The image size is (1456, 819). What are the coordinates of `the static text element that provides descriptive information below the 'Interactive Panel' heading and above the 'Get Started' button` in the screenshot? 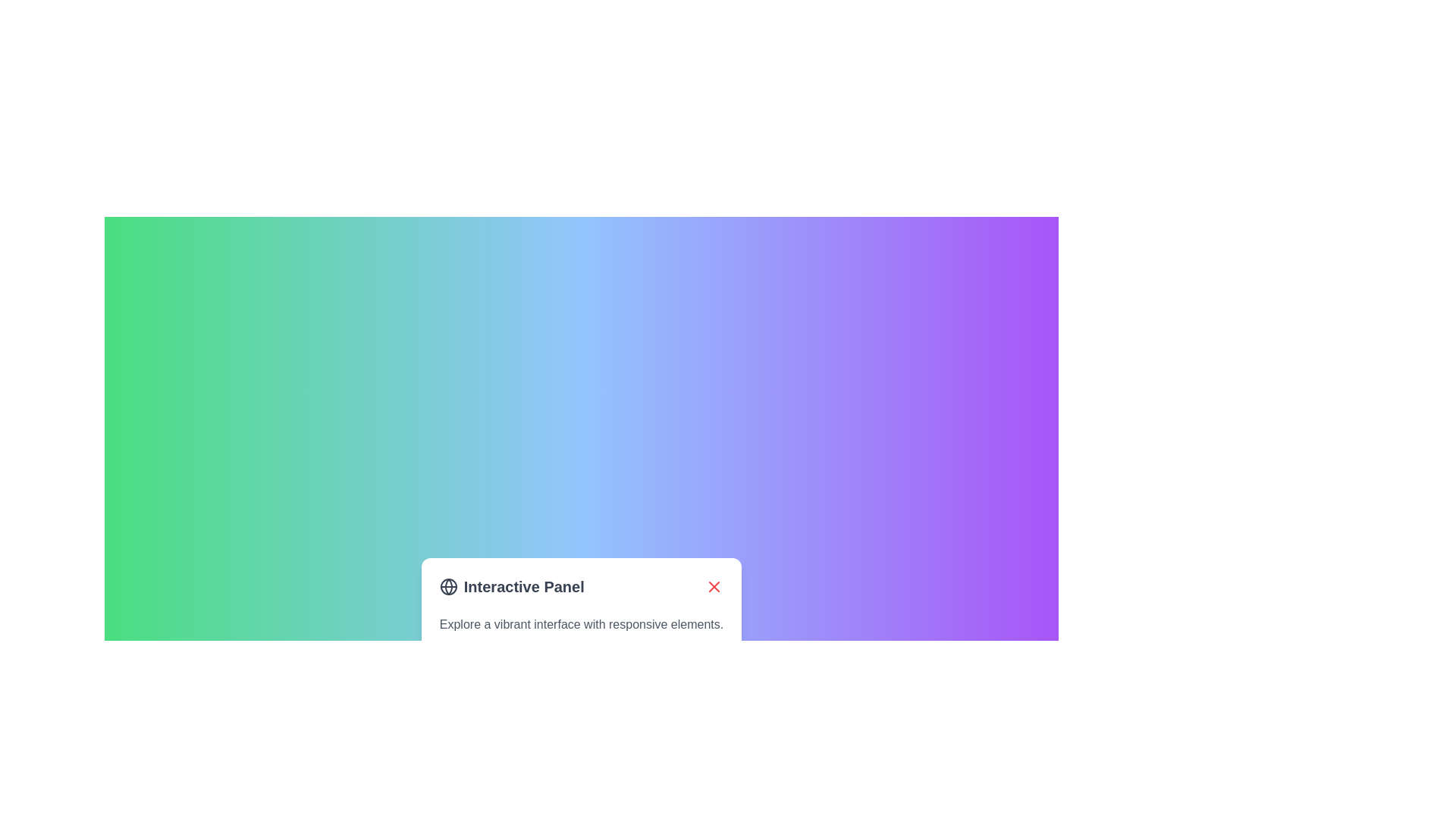 It's located at (581, 625).